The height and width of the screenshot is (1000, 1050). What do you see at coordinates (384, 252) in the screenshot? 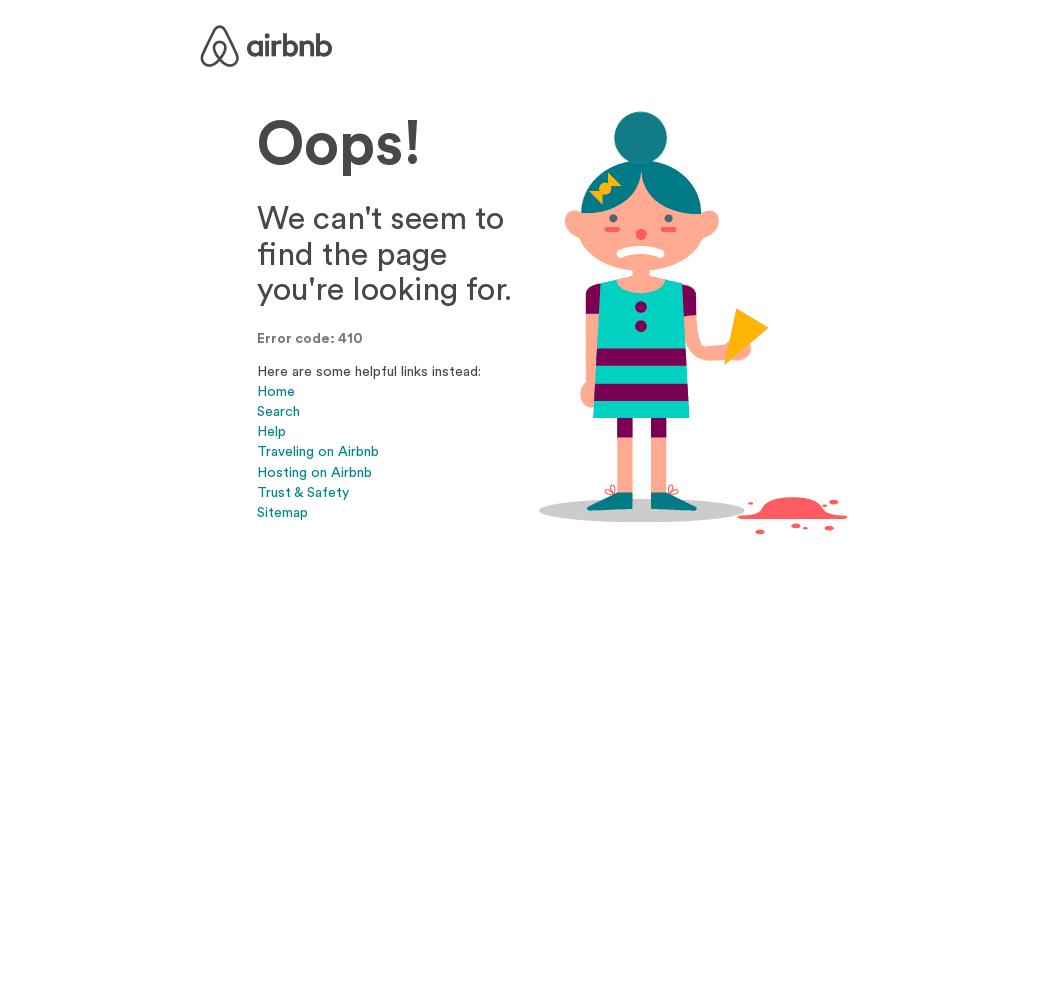
I see `'We can't seem to find the page you're looking for.'` at bounding box center [384, 252].